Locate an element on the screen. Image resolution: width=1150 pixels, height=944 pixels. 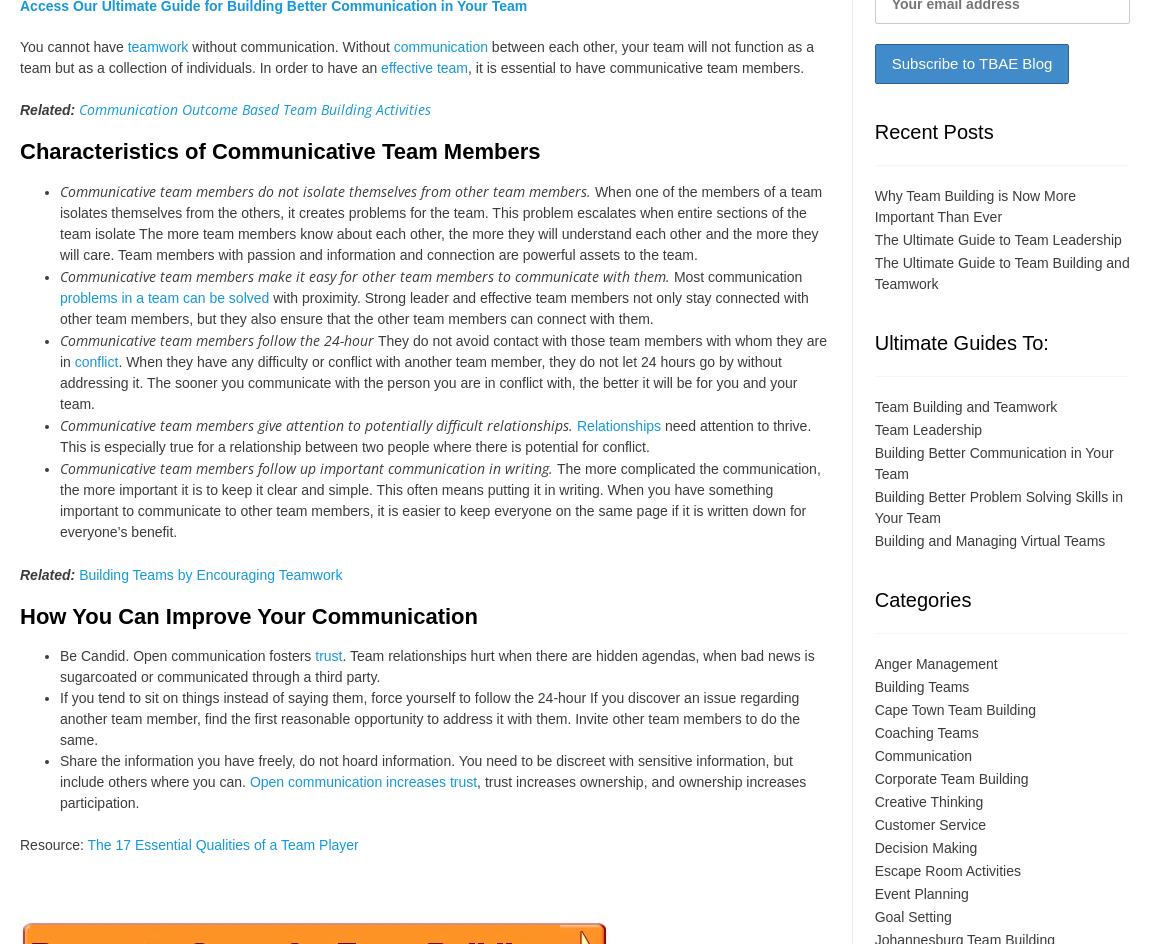
'Decision Making' is located at coordinates (925, 846).